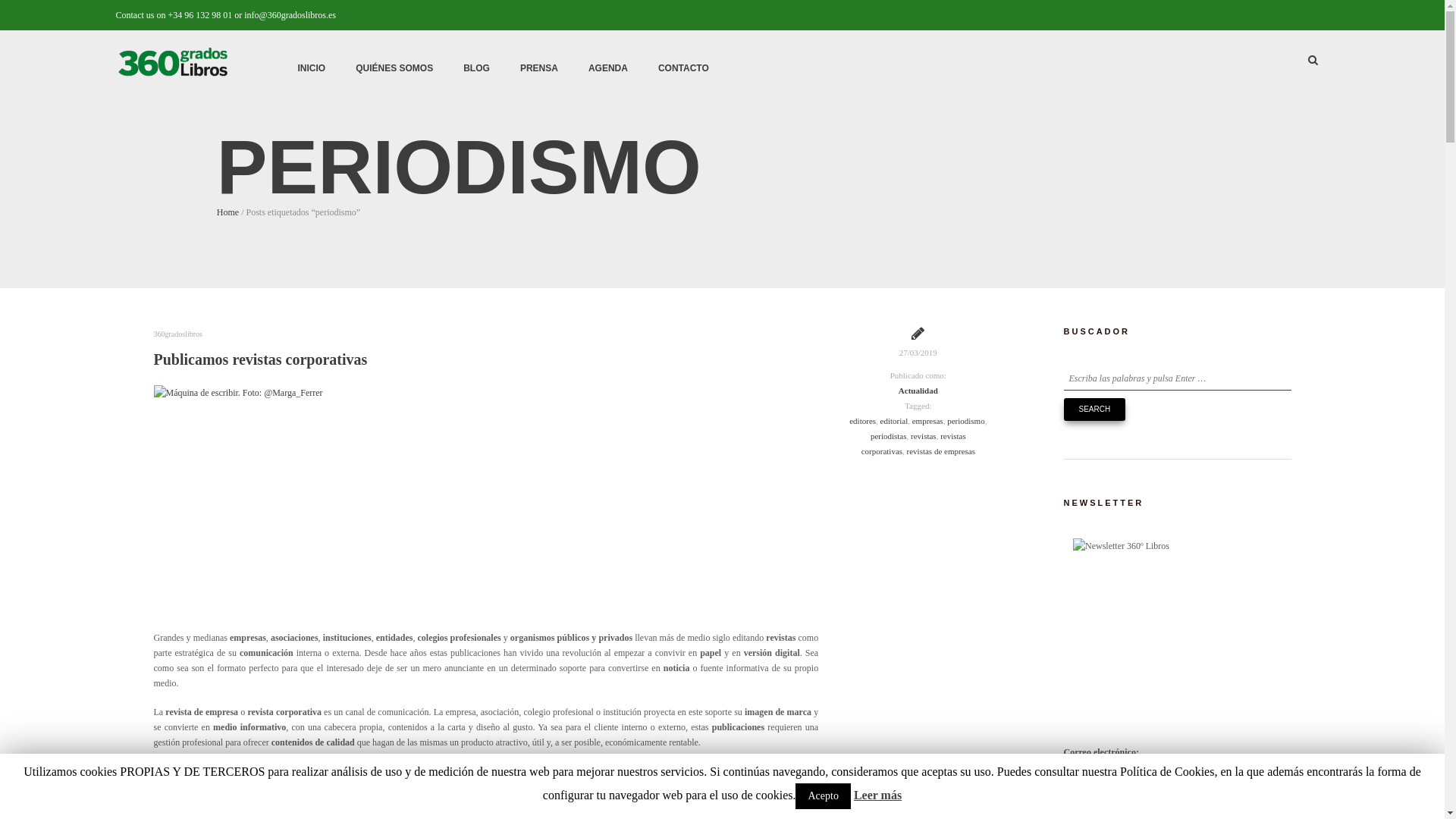  What do you see at coordinates (177, 333) in the screenshot?
I see `'360gradoslibros'` at bounding box center [177, 333].